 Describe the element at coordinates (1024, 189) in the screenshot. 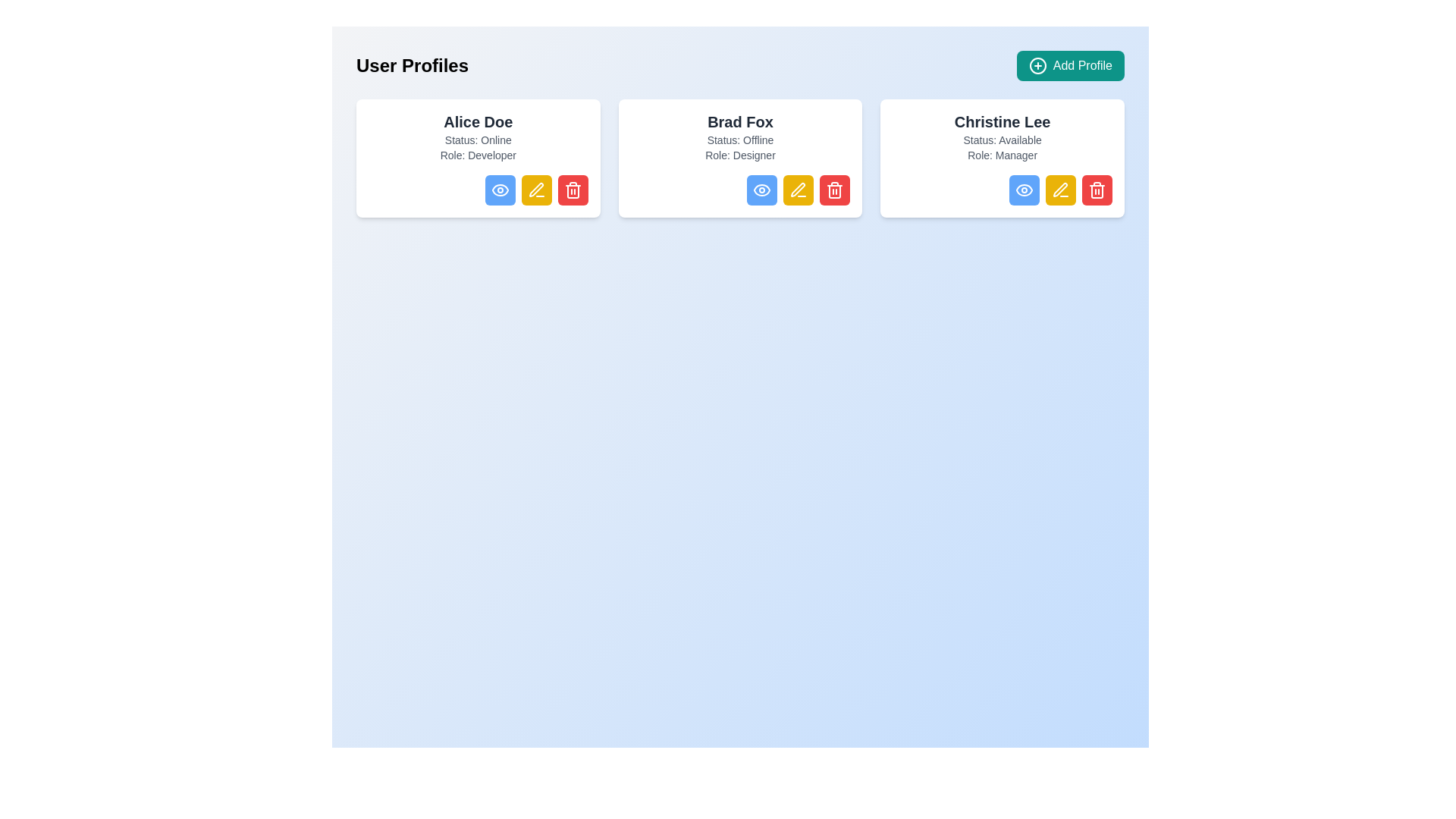

I see `the blue button with a rounded rectangular shape featuring a white eye icon in the center` at that location.